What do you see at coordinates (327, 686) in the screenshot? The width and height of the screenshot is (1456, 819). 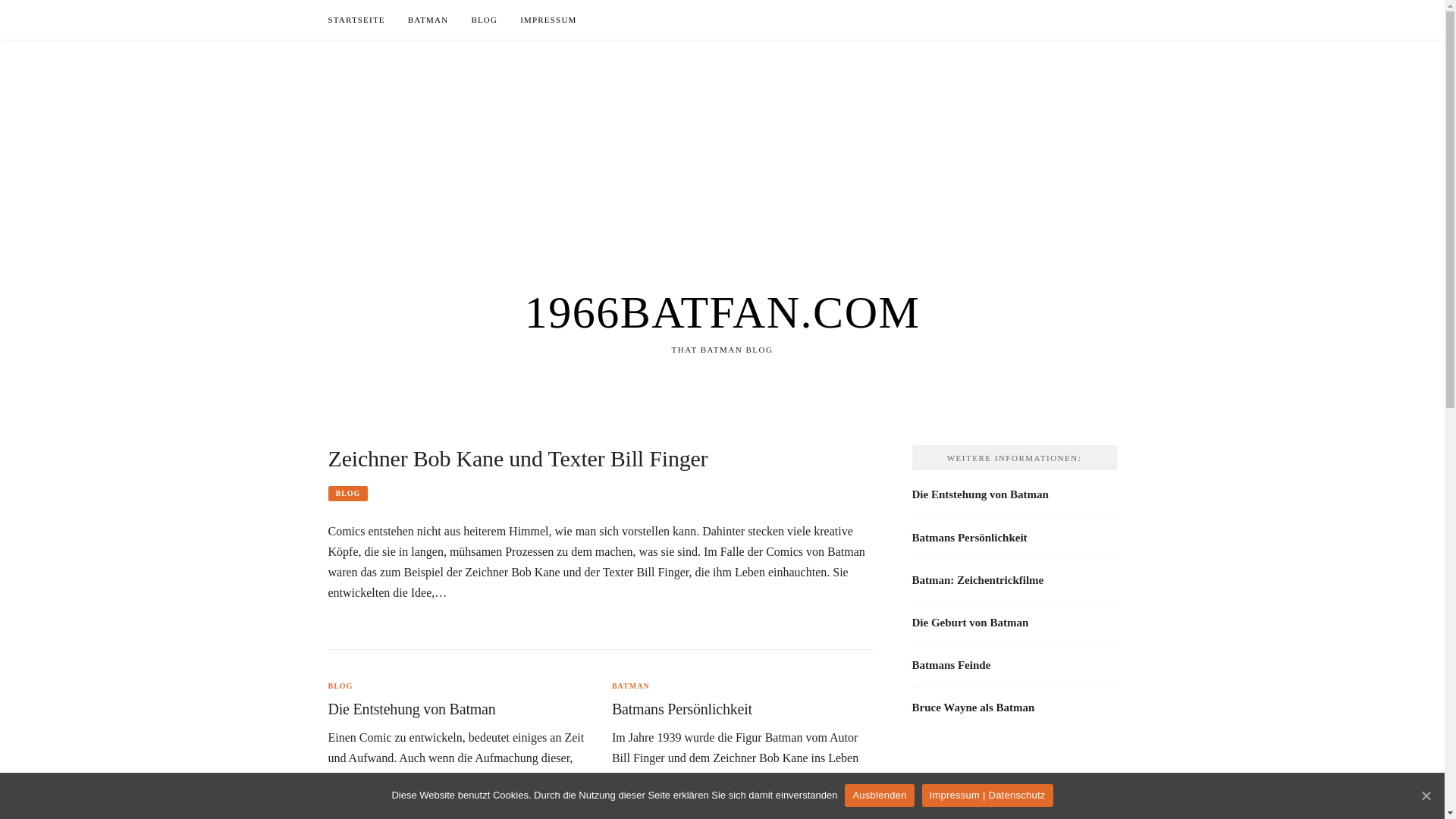 I see `'BLOG'` at bounding box center [327, 686].